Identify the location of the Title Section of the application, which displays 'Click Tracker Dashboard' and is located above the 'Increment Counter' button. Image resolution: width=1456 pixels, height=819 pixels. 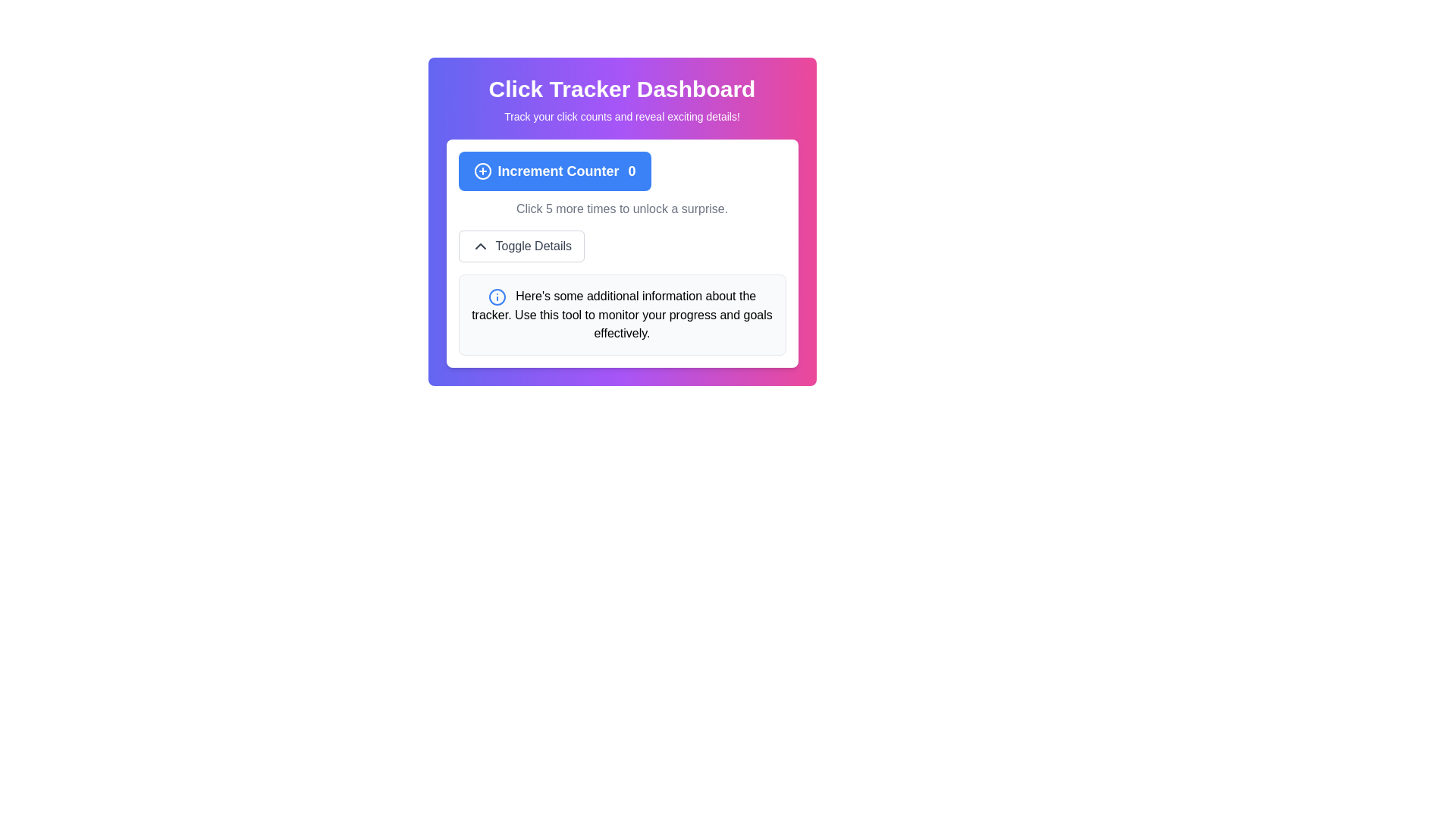
(622, 99).